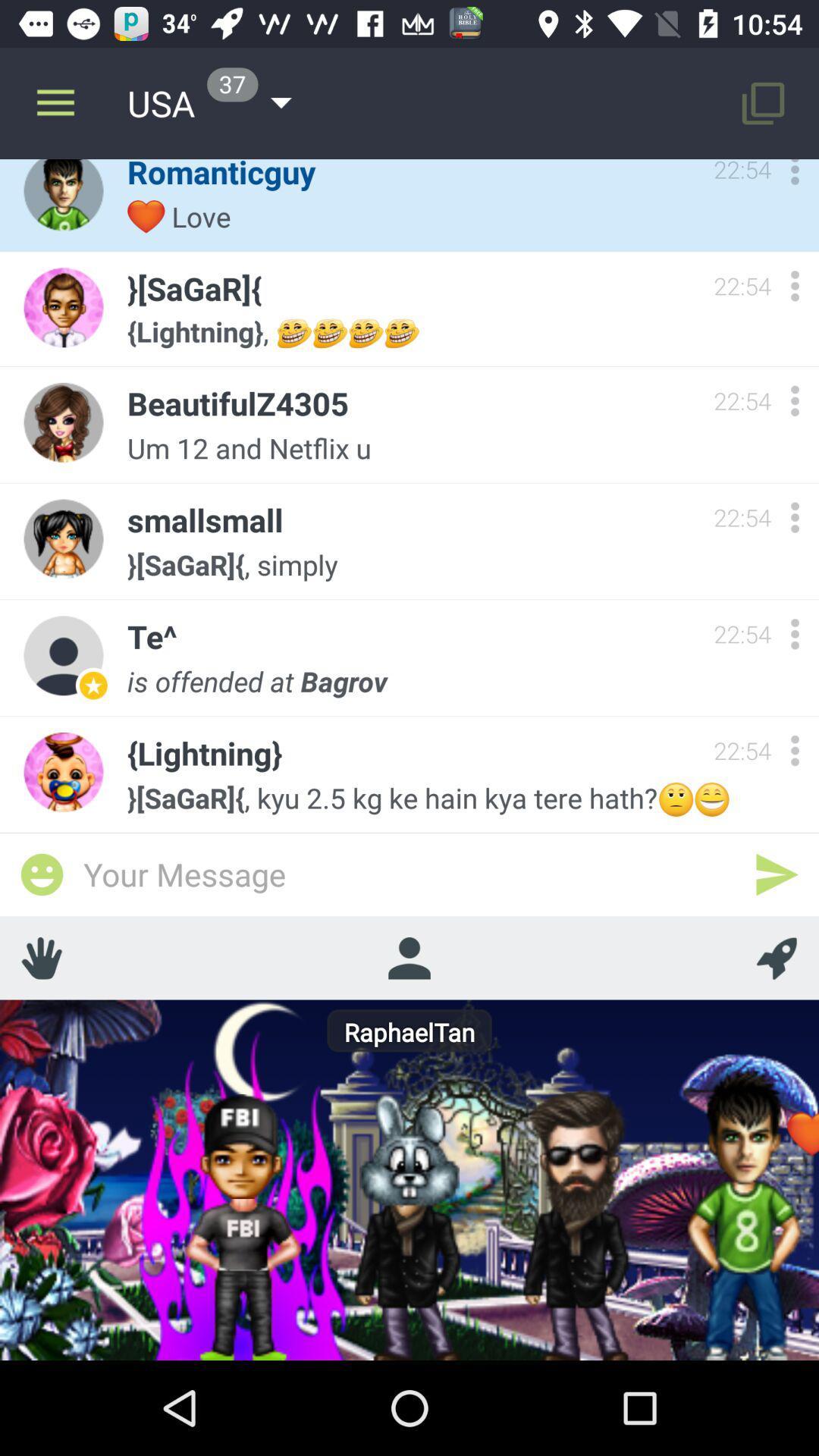  I want to click on the more icon, so click(794, 750).